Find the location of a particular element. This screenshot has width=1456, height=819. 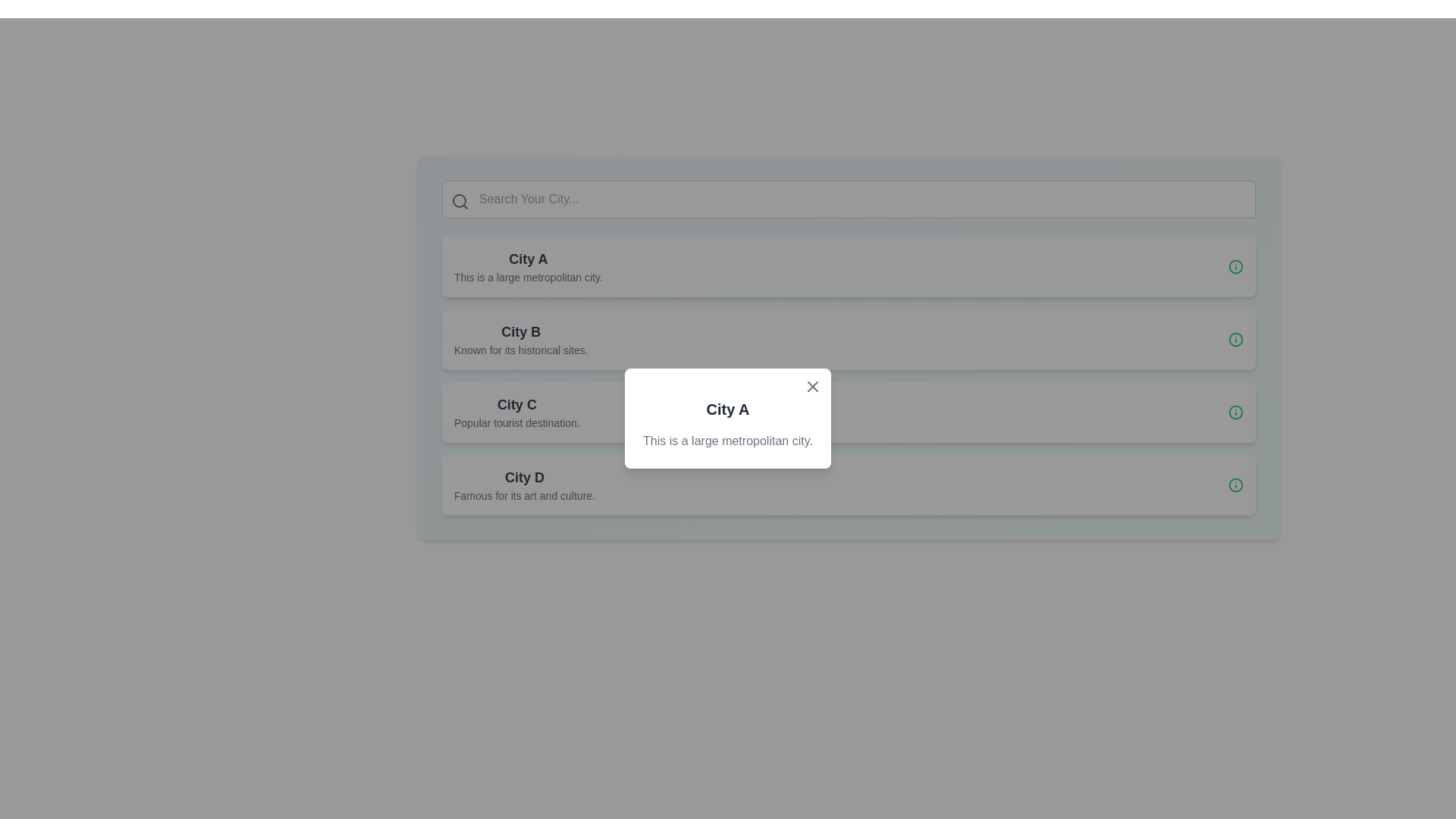

the bold text label reading 'City C' which is the topmost line in the description block for 'City C' in a vertical list interface is located at coordinates (516, 403).